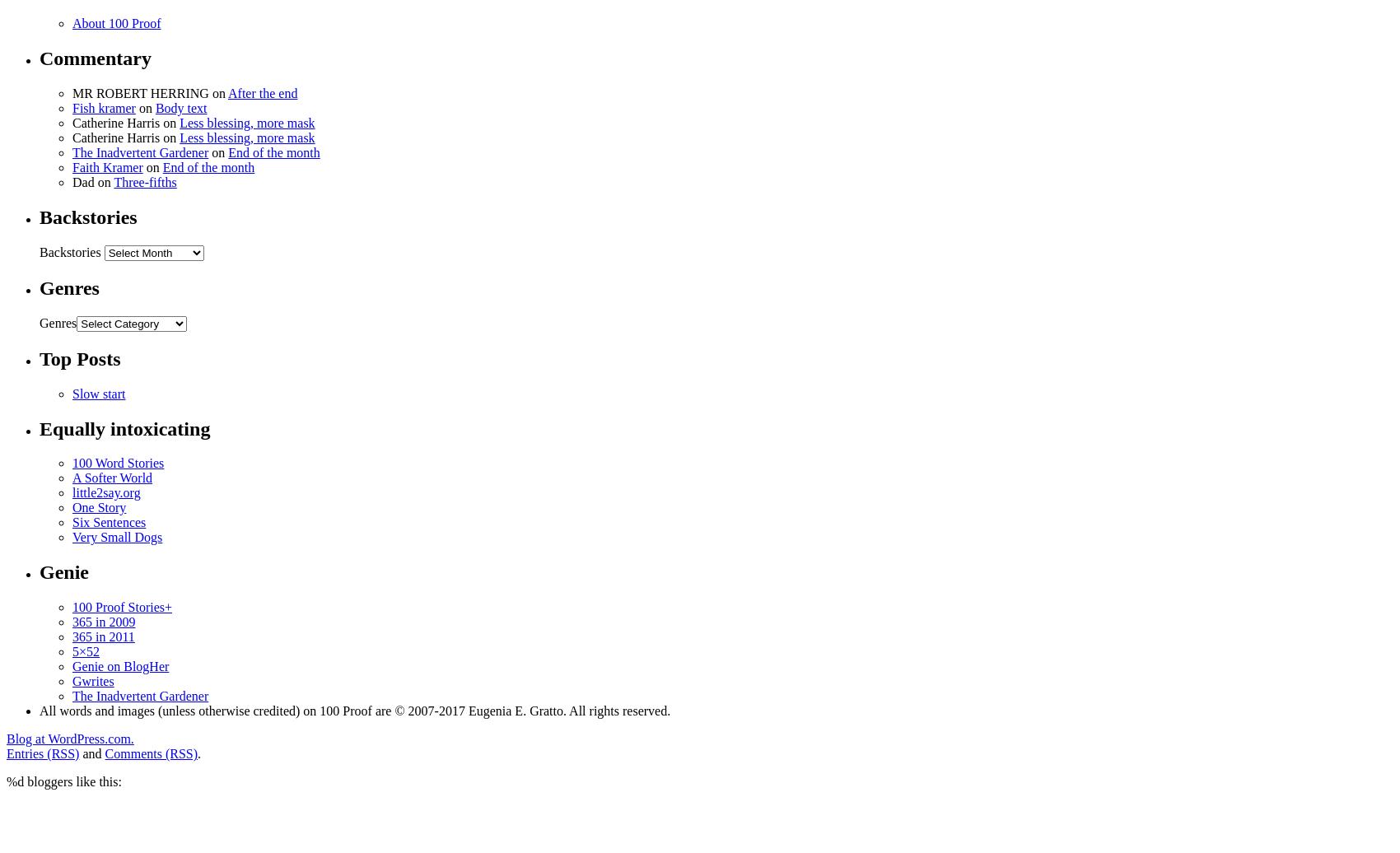 The image size is (1400, 853). I want to click on '5×52', so click(86, 651).